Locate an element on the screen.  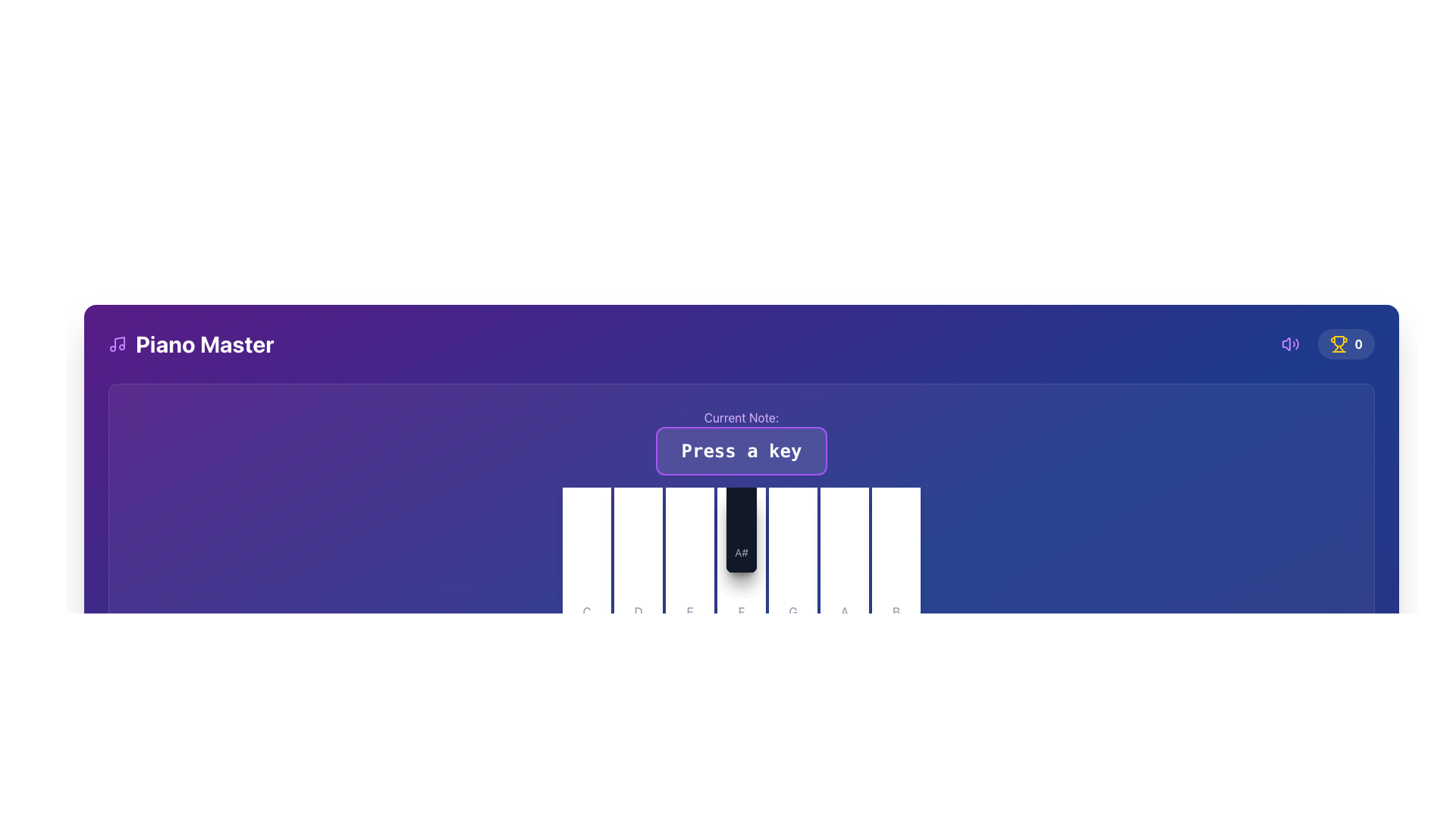
the interactive piano key representing the musical note 'A', which is the sixth key from the left in a row of white keys is located at coordinates (843, 560).